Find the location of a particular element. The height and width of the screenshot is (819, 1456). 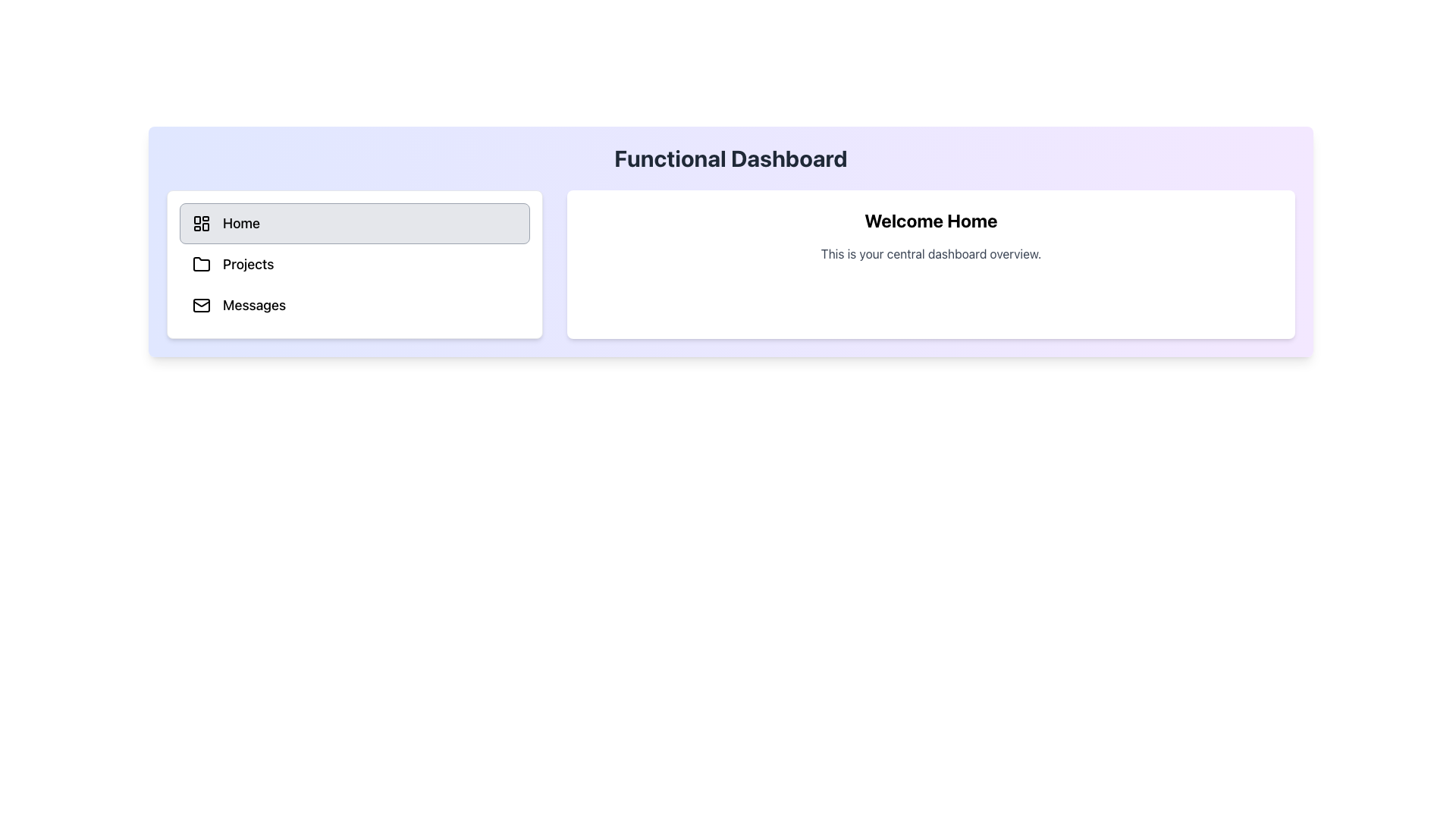

the 'Projects' menu item button, which is the second option in a vertical list of three menu items is located at coordinates (353, 263).